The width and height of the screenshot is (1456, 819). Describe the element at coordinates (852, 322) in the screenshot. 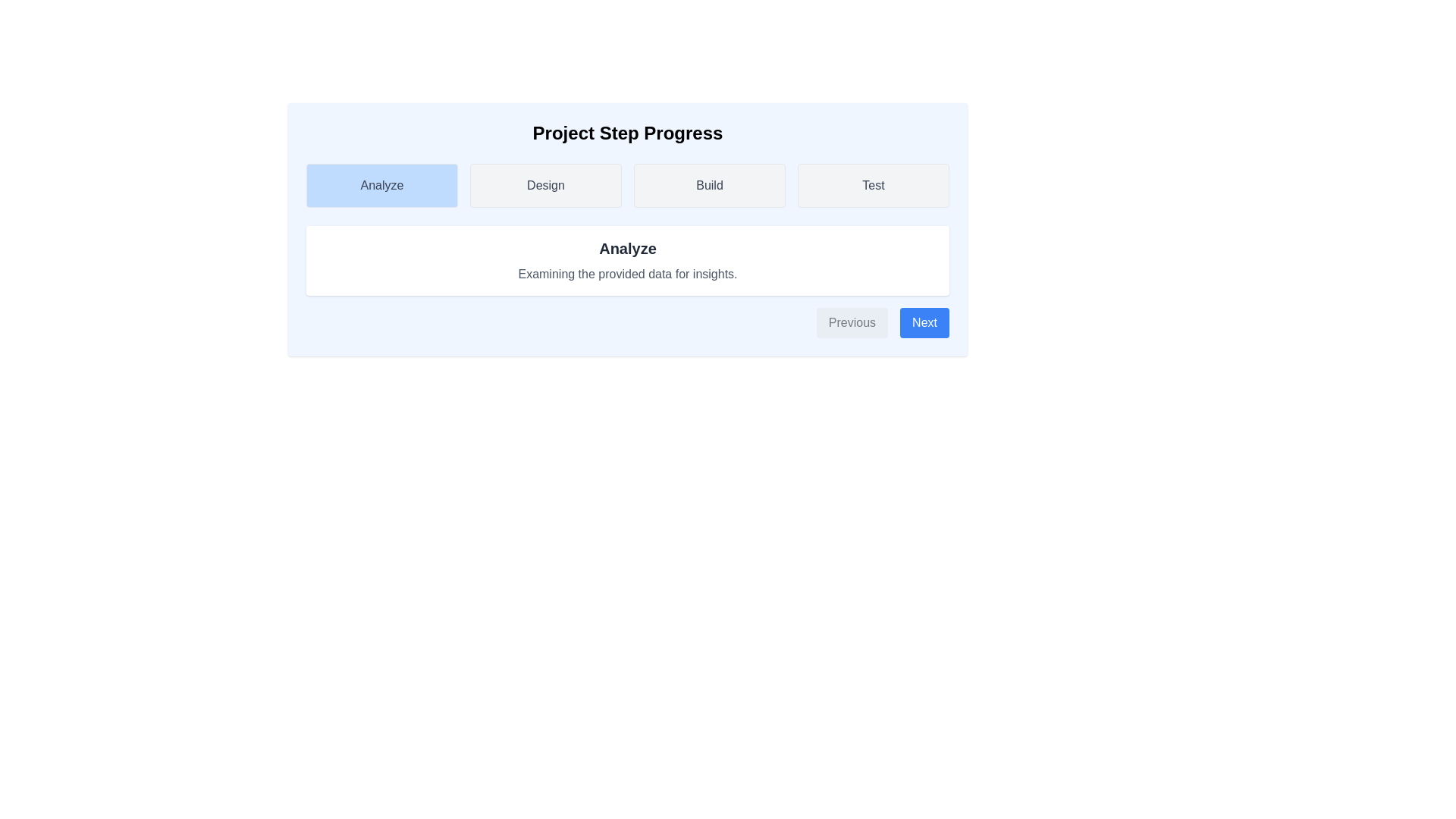

I see `the 'Previous' button, which is a light gray button with rounded corners located in the bottom-right section of the interface` at that location.